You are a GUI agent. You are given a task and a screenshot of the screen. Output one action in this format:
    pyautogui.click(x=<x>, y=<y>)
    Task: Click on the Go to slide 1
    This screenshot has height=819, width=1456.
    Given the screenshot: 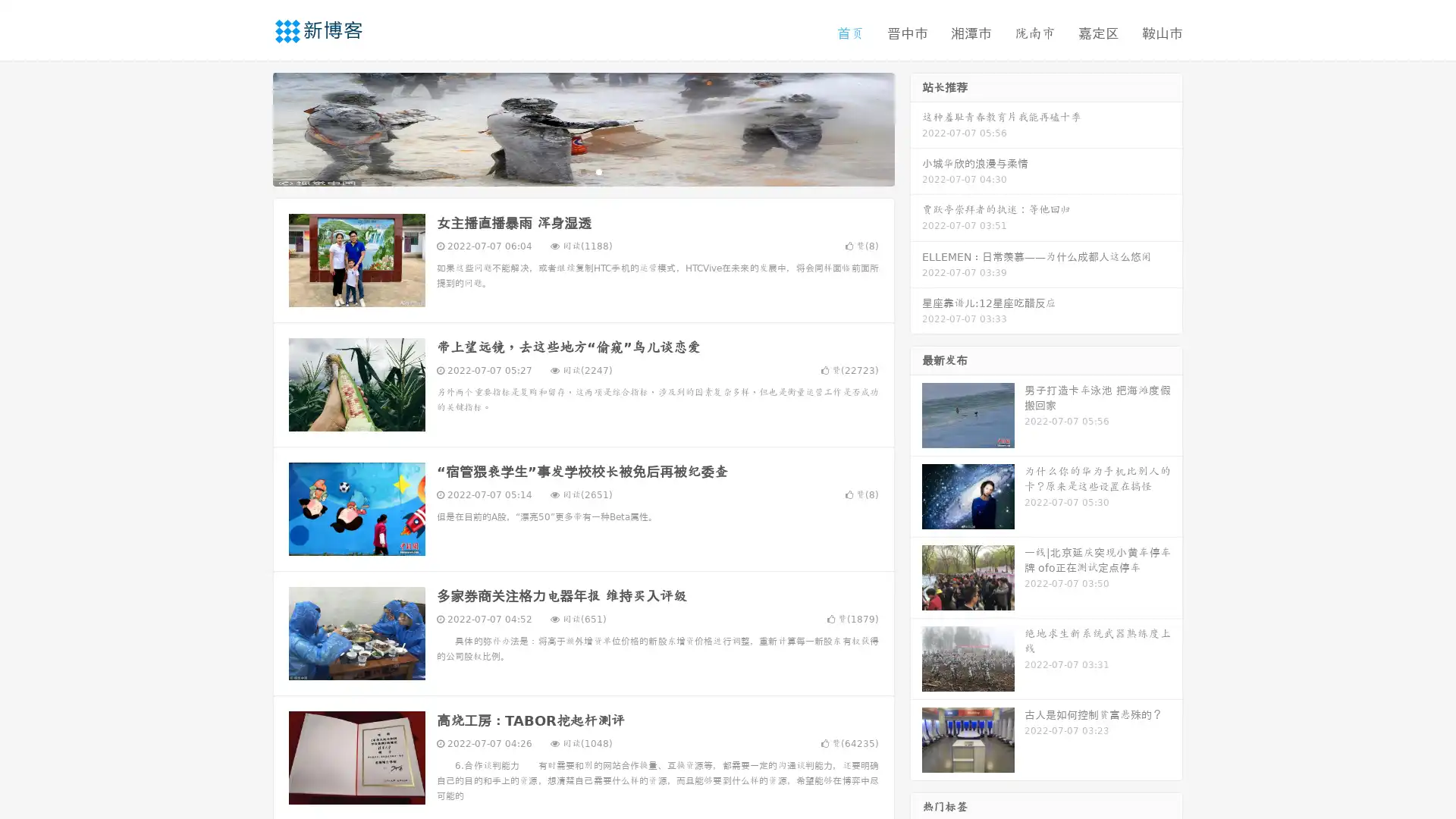 What is the action you would take?
    pyautogui.click(x=567, y=171)
    